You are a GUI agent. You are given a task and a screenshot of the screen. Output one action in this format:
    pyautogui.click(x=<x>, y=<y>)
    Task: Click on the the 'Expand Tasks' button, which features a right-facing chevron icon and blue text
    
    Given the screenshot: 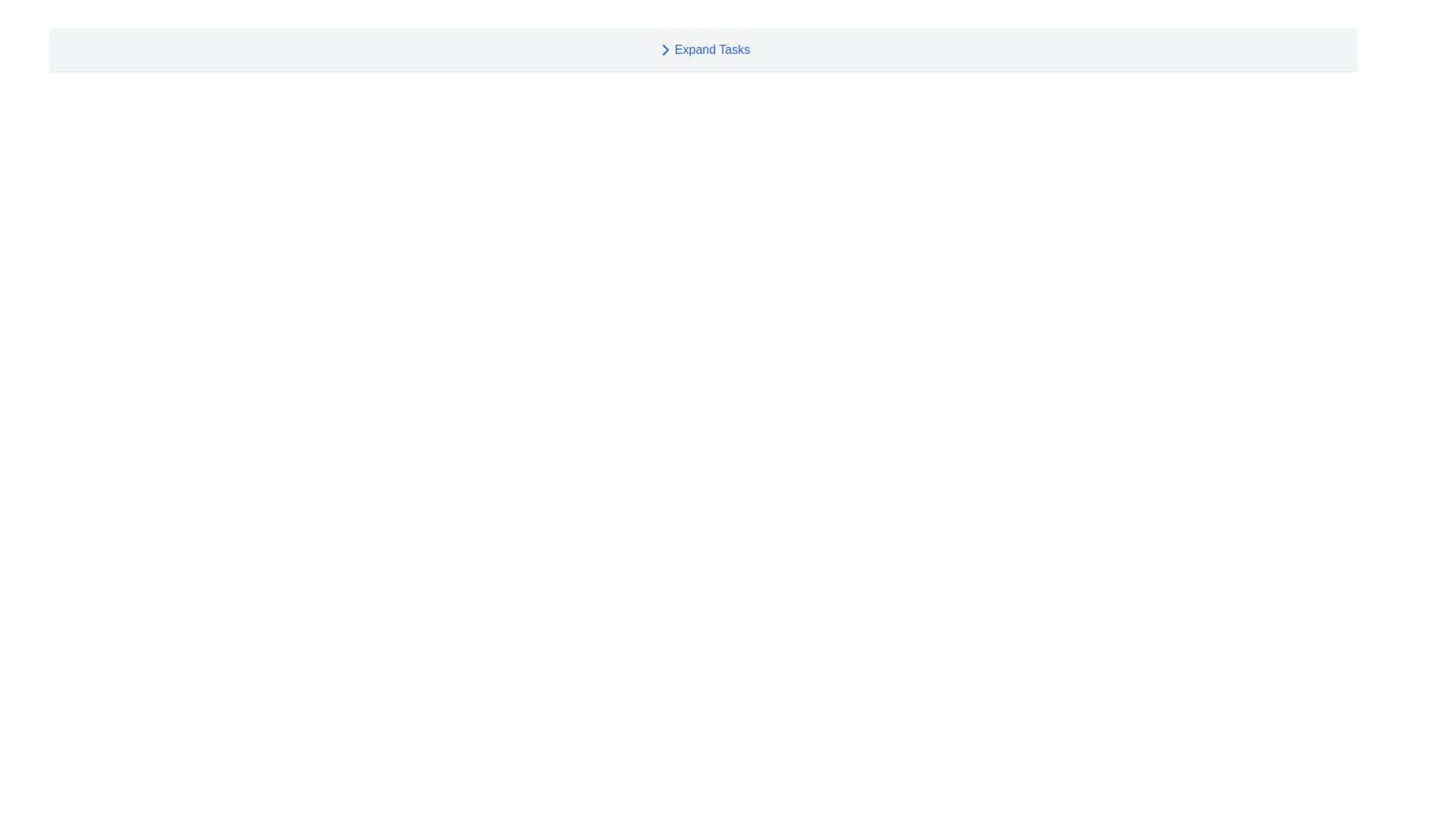 What is the action you would take?
    pyautogui.click(x=701, y=49)
    